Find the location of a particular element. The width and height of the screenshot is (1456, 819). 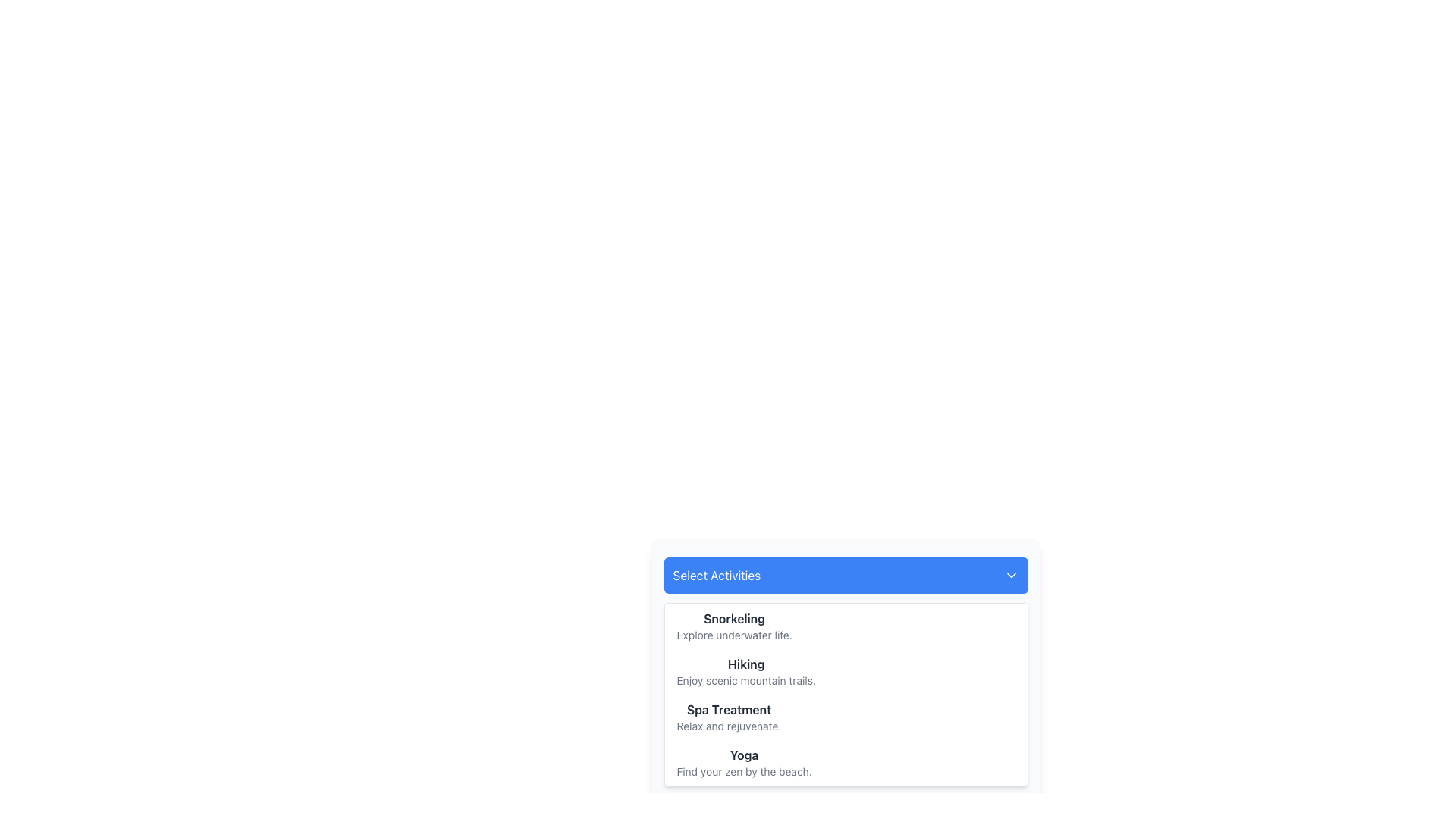

the Text Label positioned on the left side of the blue bar at the top of the dropdown section, which serves as the title for the selection menu below is located at coordinates (716, 576).